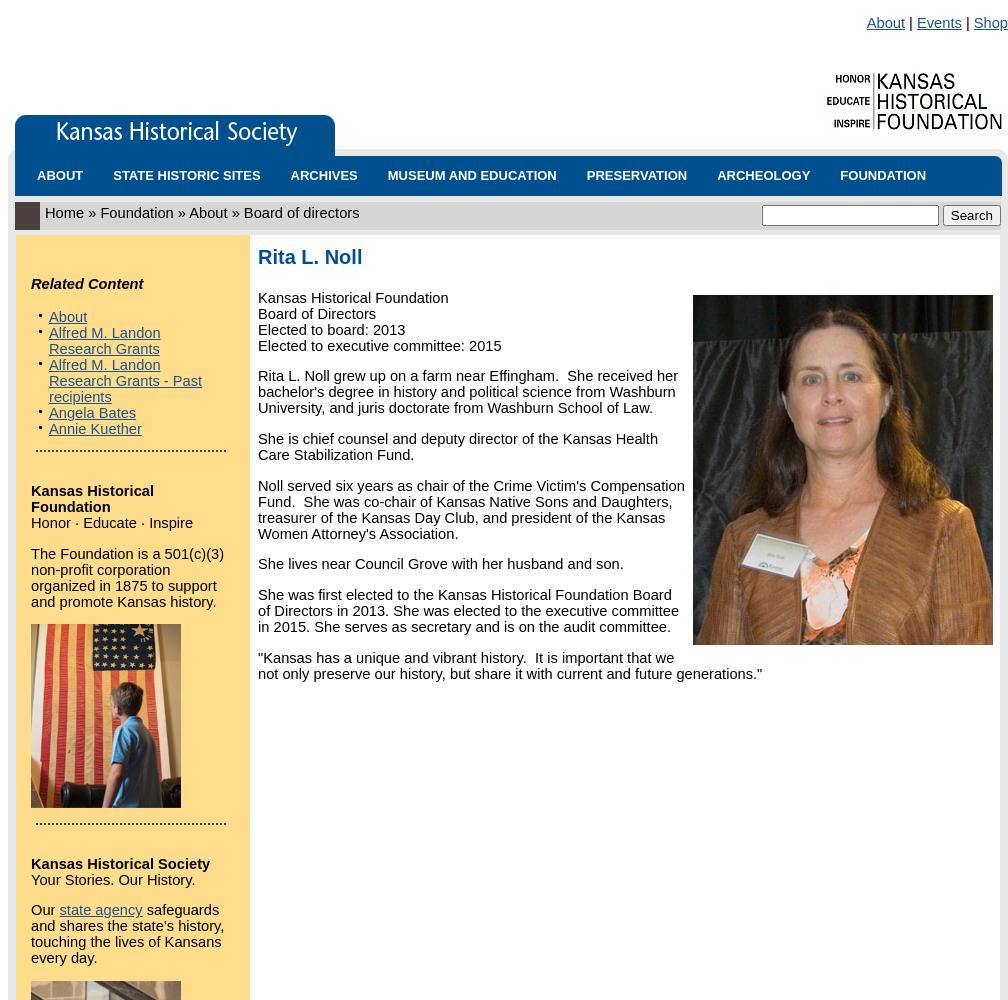  I want to click on 'Rita L. Noll', so click(309, 257).